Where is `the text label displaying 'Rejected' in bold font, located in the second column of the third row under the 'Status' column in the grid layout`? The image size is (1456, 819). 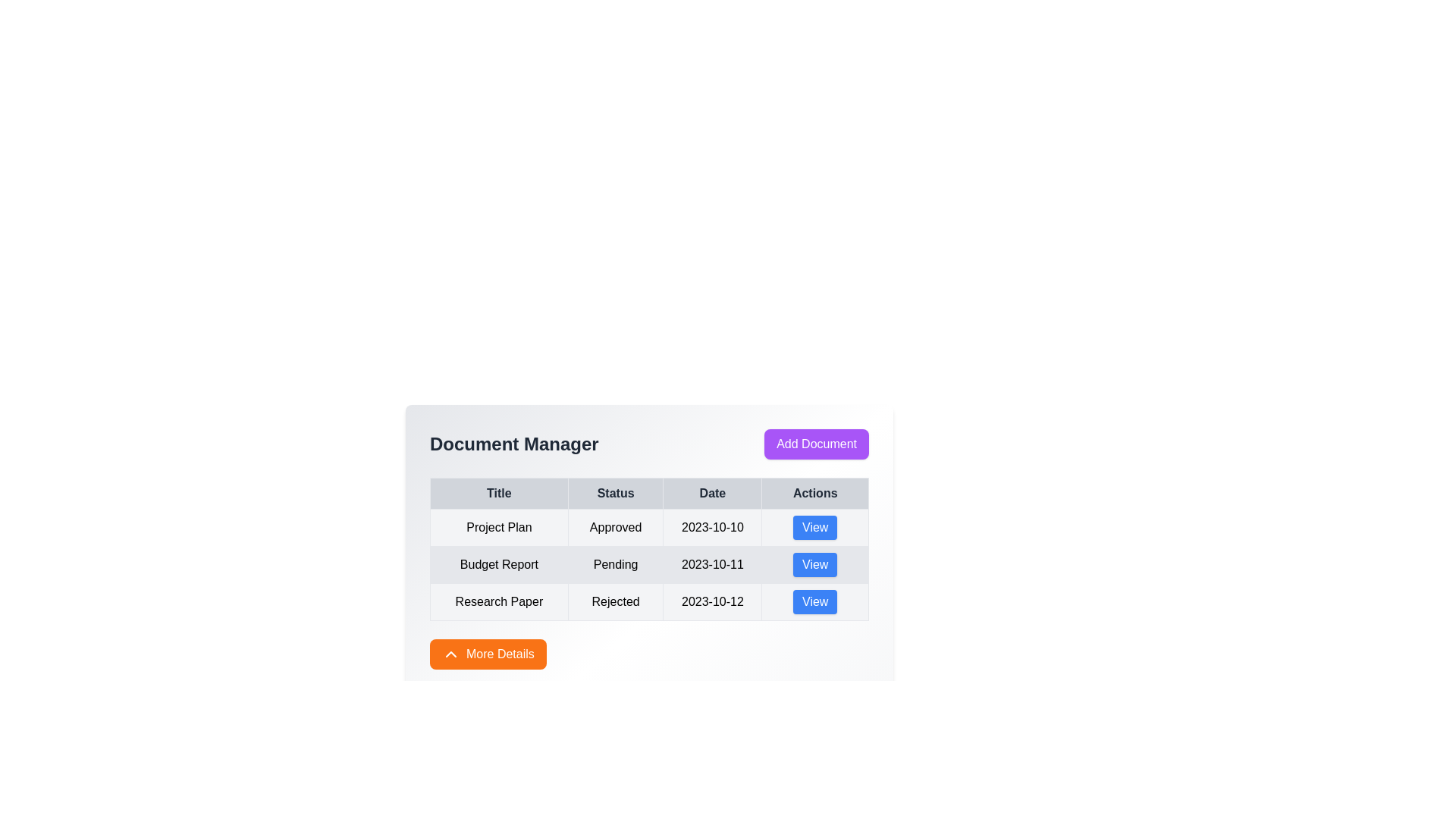 the text label displaying 'Rejected' in bold font, located in the second column of the third row under the 'Status' column in the grid layout is located at coordinates (616, 601).